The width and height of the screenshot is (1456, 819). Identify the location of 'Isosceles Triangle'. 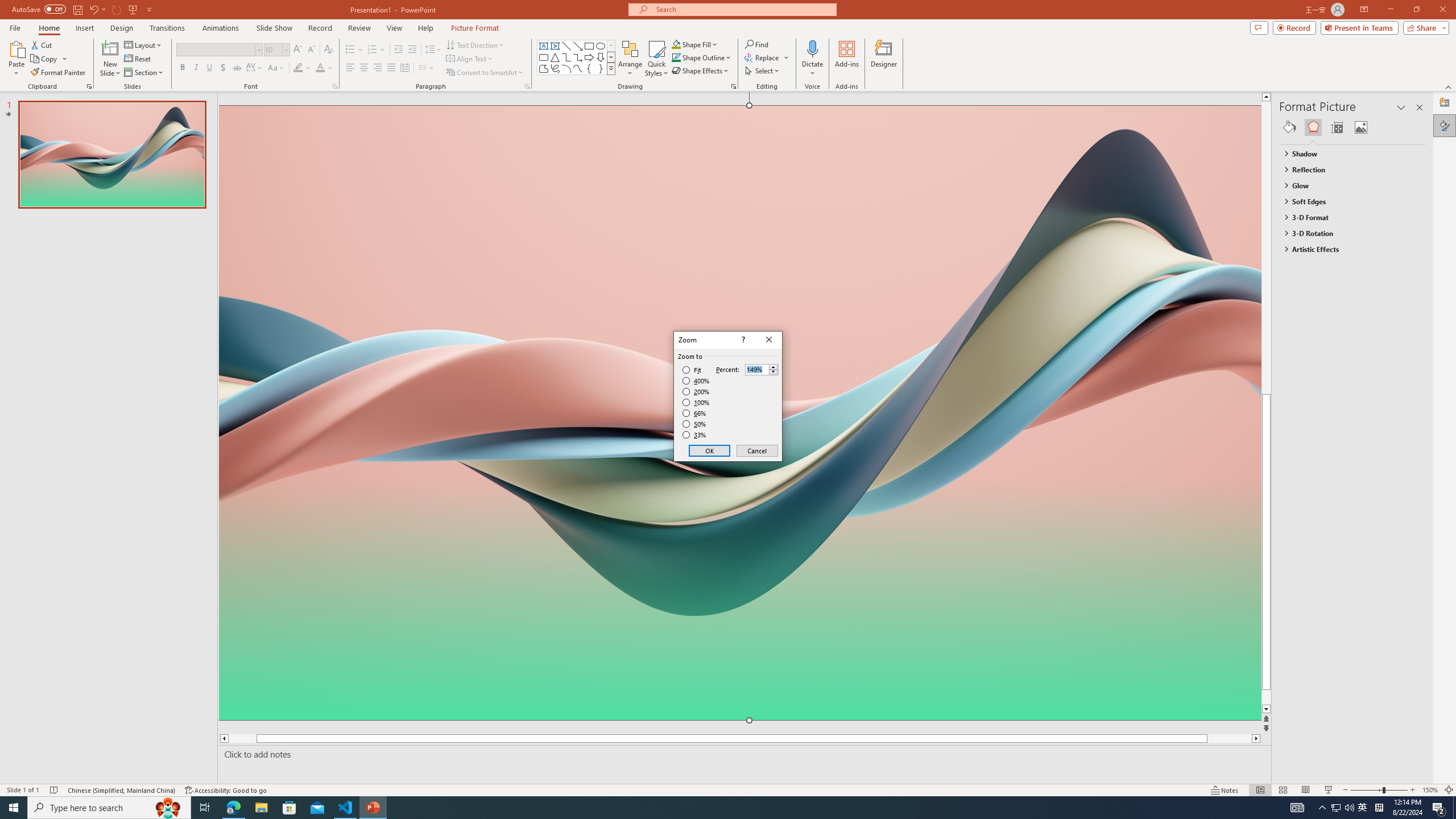
(554, 56).